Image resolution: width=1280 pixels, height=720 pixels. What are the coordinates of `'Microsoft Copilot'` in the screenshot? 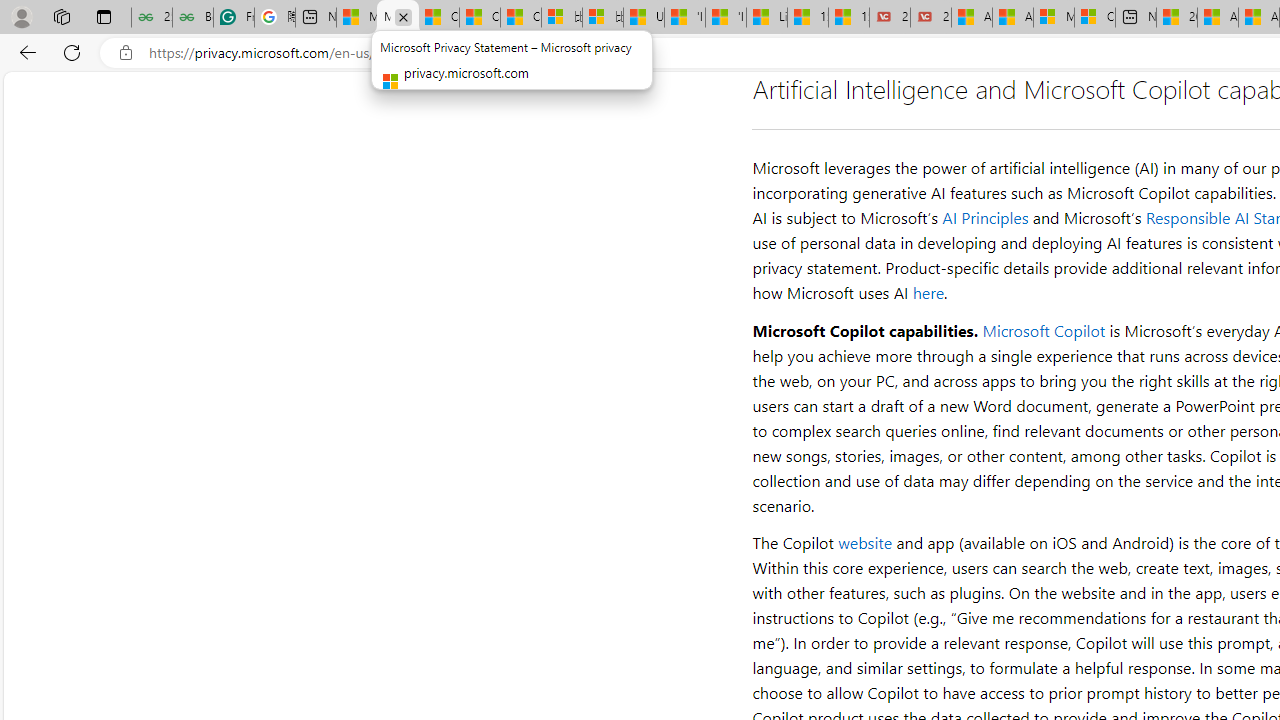 It's located at (1042, 329).